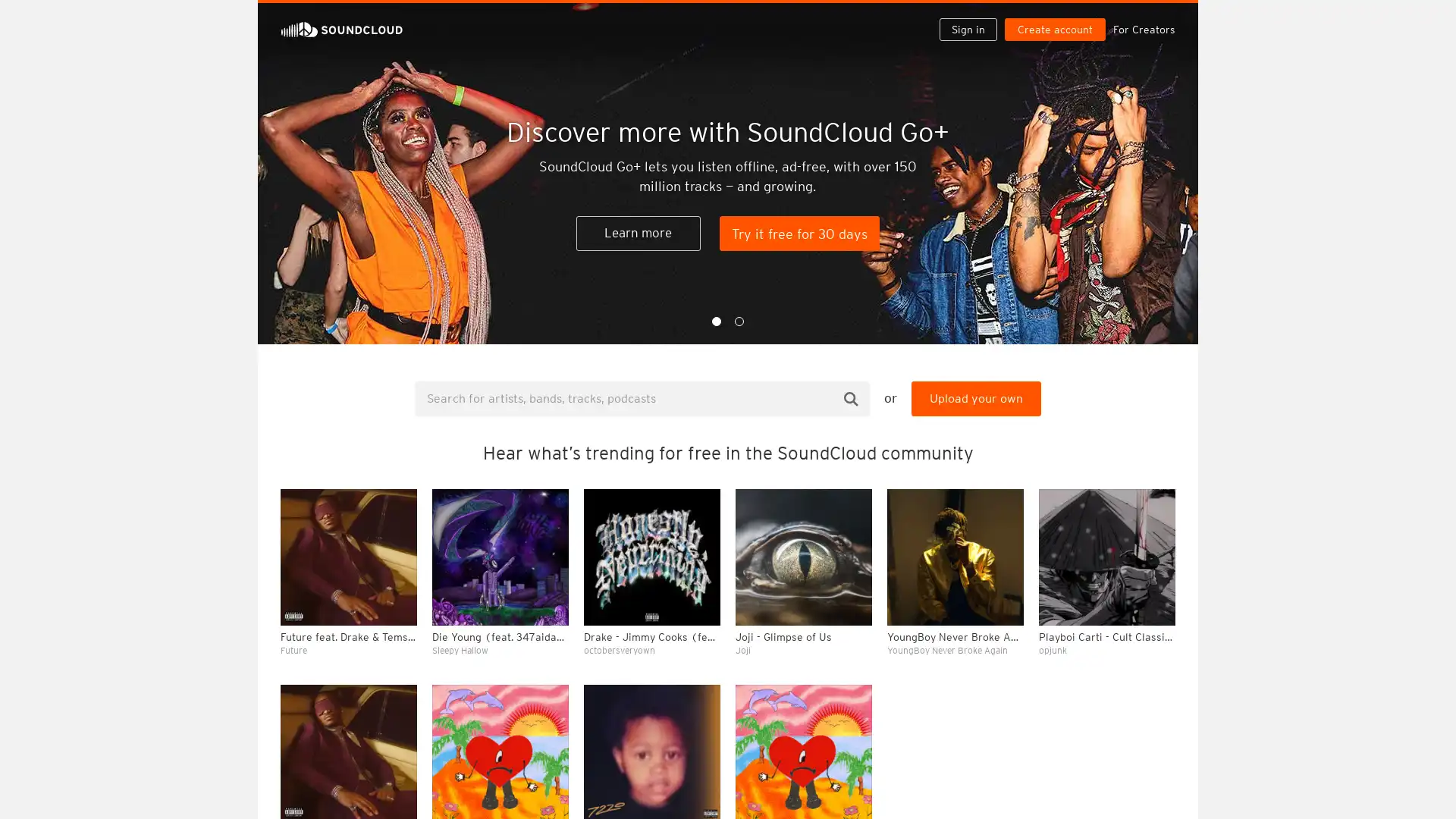  What do you see at coordinates (1165, 414) in the screenshot?
I see `Hide queue` at bounding box center [1165, 414].